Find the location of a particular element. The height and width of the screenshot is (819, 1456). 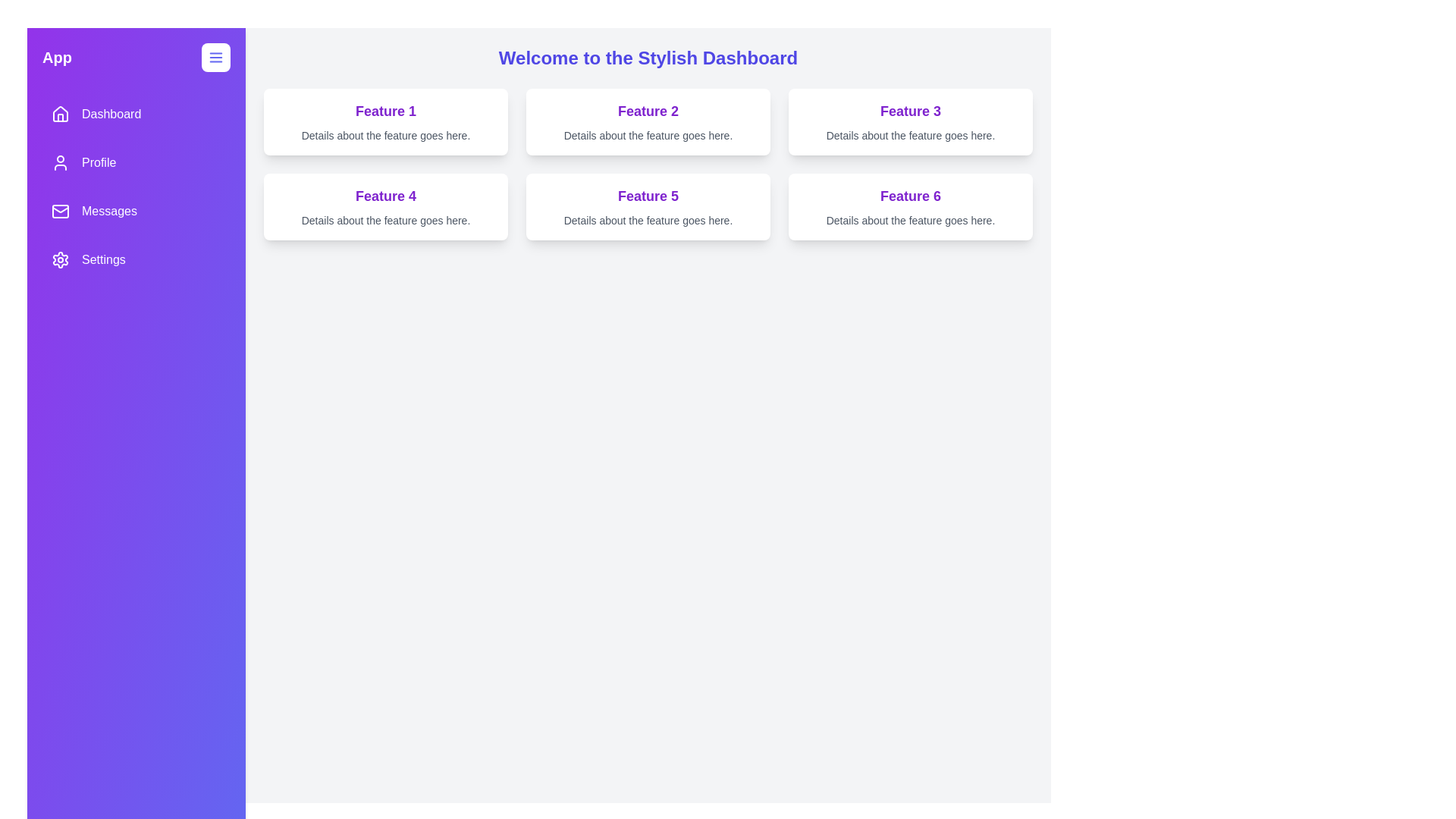

the supplementary text element located below the purple header text in the card labeled 'Feature 6', which is positioned in the second row and third column of the grid layout is located at coordinates (910, 220).